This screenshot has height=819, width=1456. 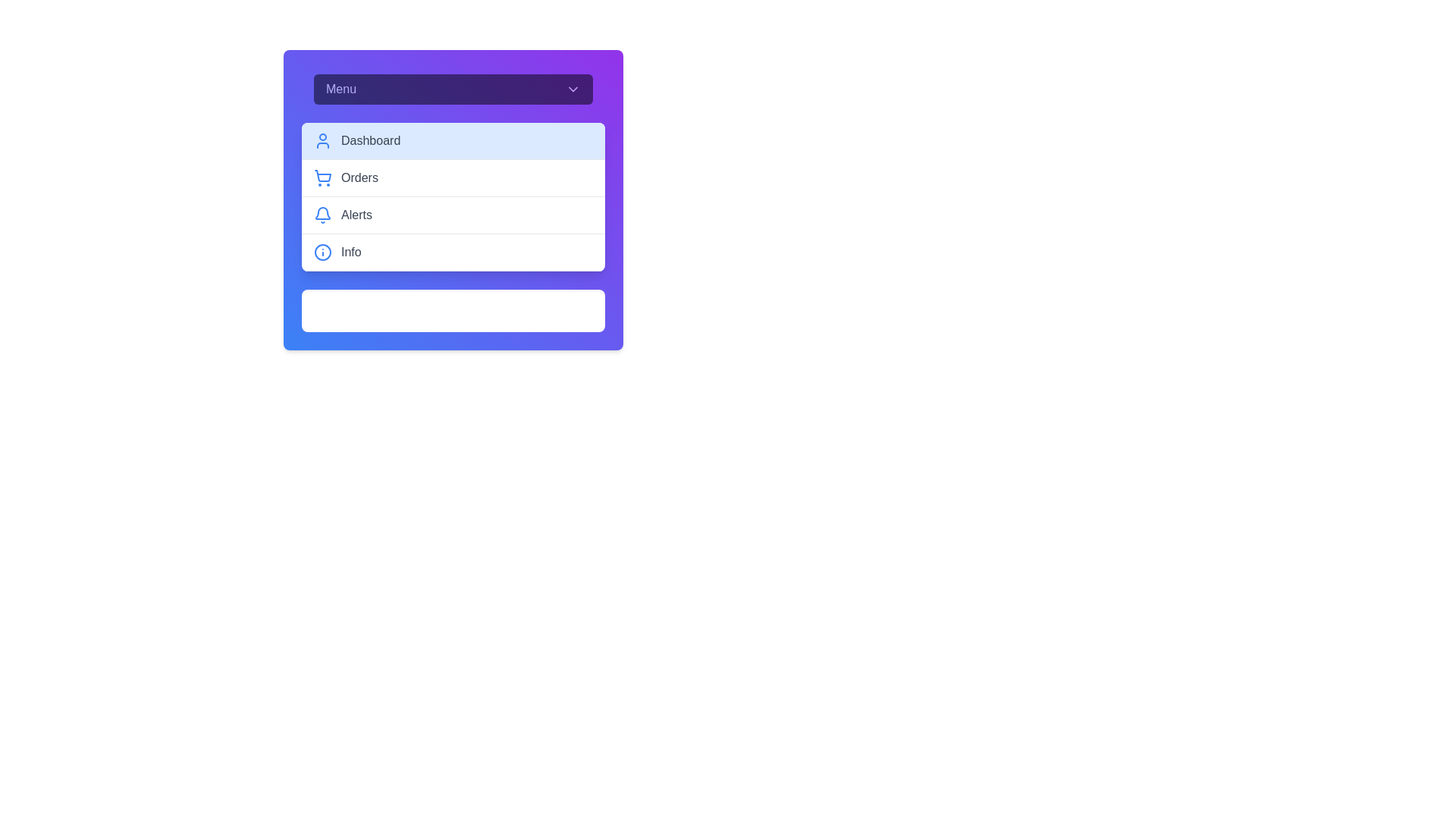 I want to click on the downward chevron icon indicating dropdown functionality located in the header bar adjacent to the 'Menu' text, so click(x=572, y=89).